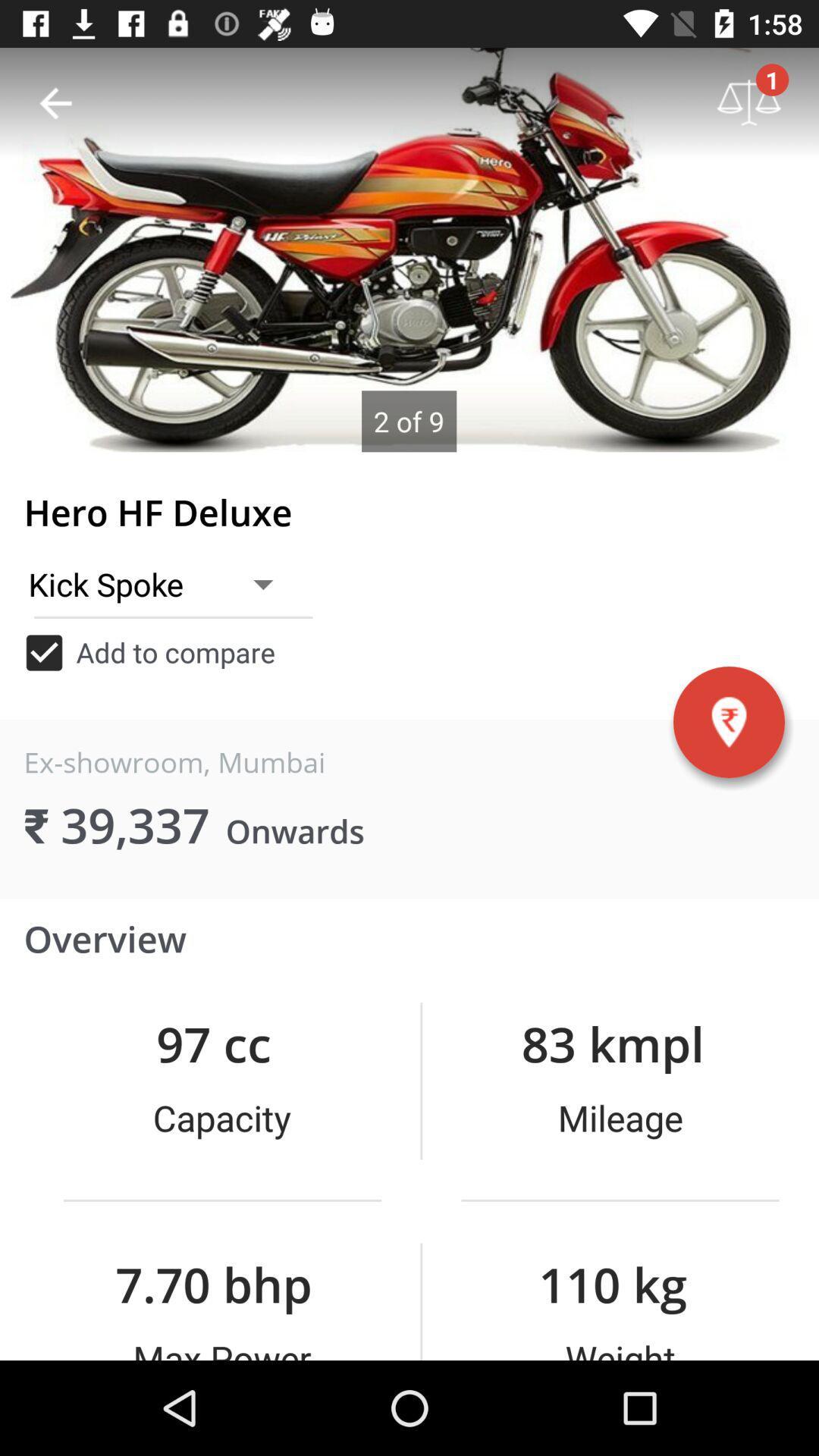 The height and width of the screenshot is (1456, 819). What do you see at coordinates (409, 249) in the screenshot?
I see `enlarge displayed image` at bounding box center [409, 249].